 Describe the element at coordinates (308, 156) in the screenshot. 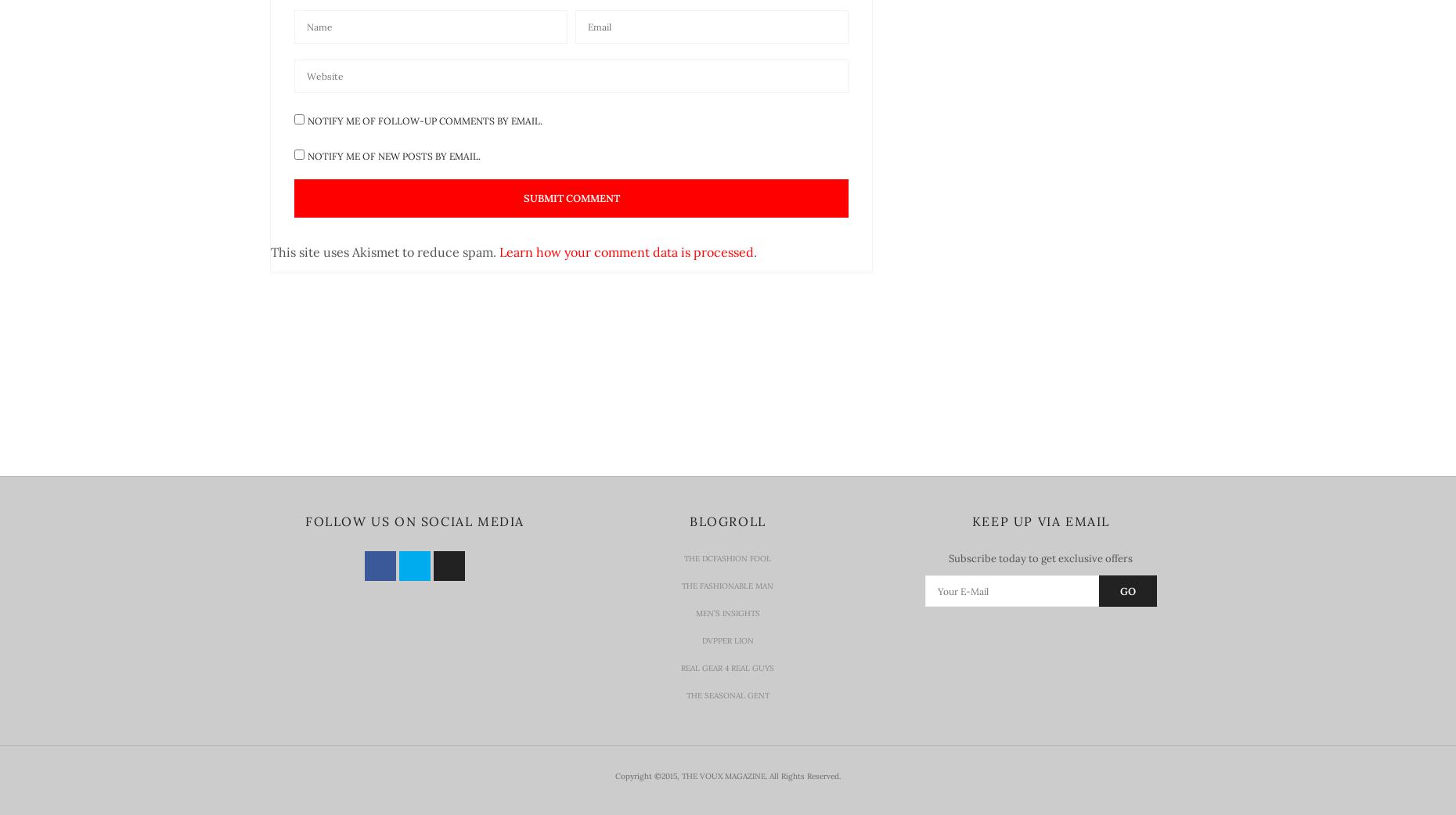

I see `'Notify me of new posts by email.'` at that location.